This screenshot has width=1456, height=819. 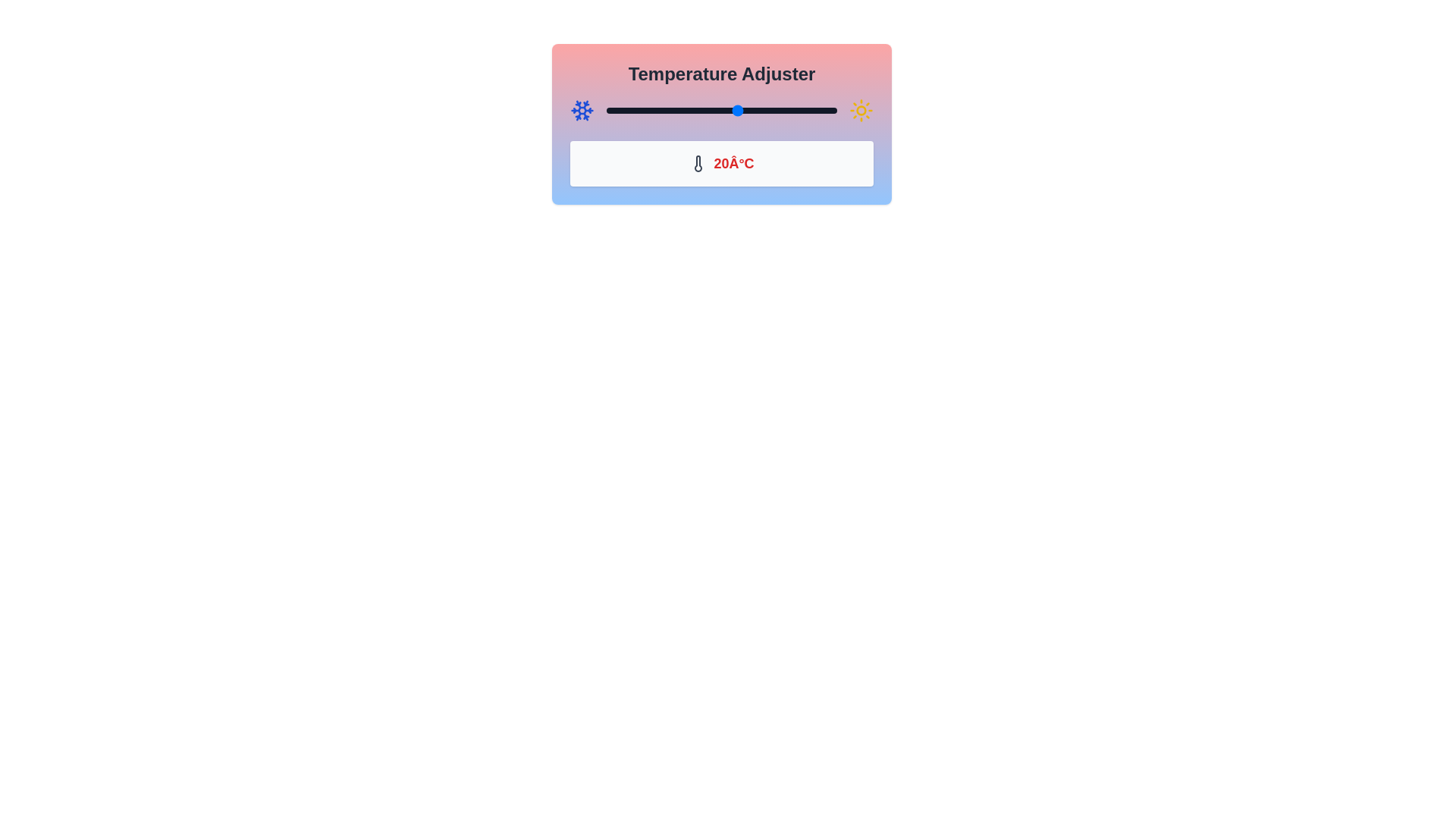 What do you see at coordinates (636, 110) in the screenshot?
I see `the temperature to -11°C using the slider` at bounding box center [636, 110].